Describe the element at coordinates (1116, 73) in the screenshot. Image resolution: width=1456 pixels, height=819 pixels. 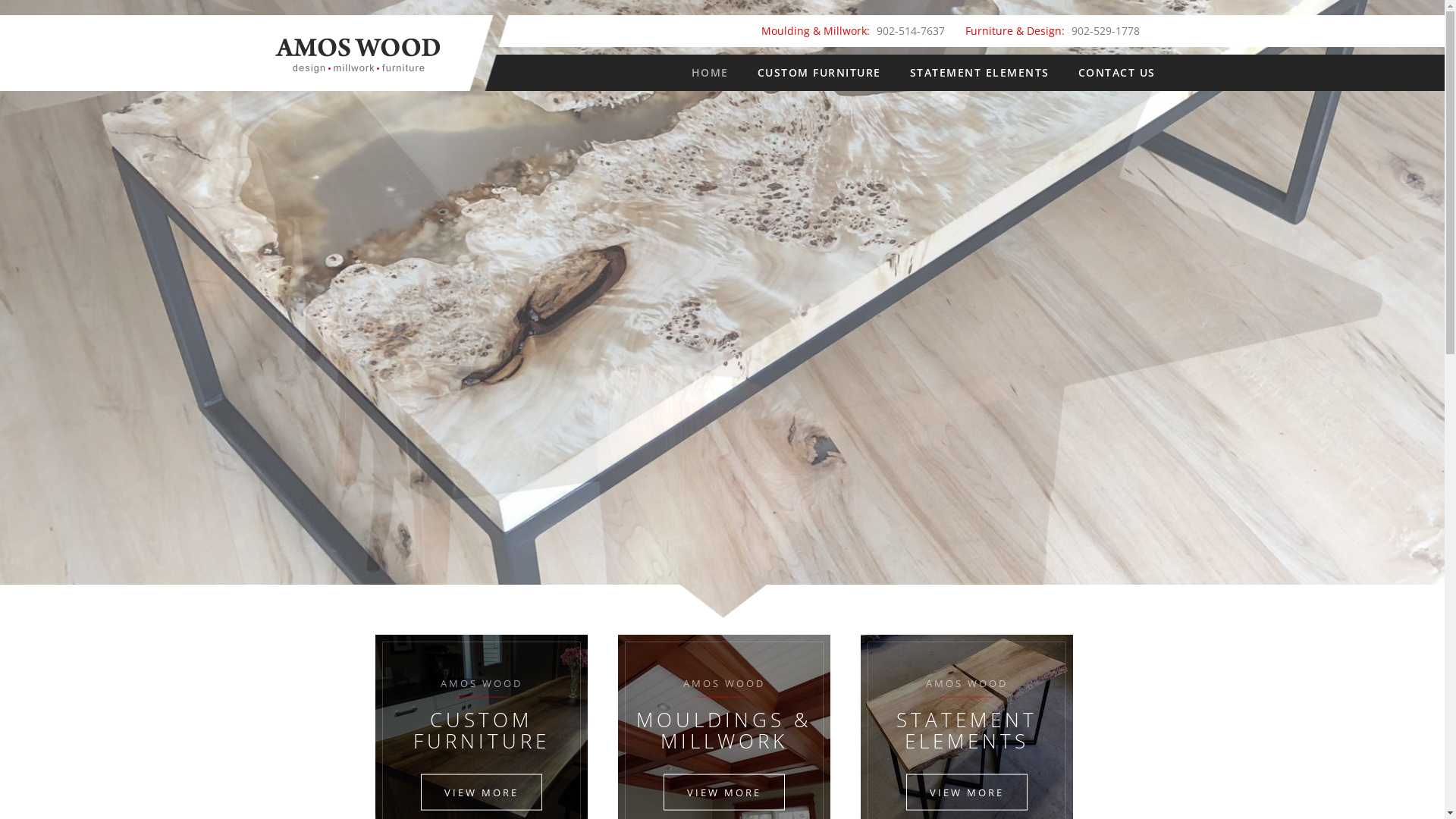
I see `'CONTACT US'` at that location.